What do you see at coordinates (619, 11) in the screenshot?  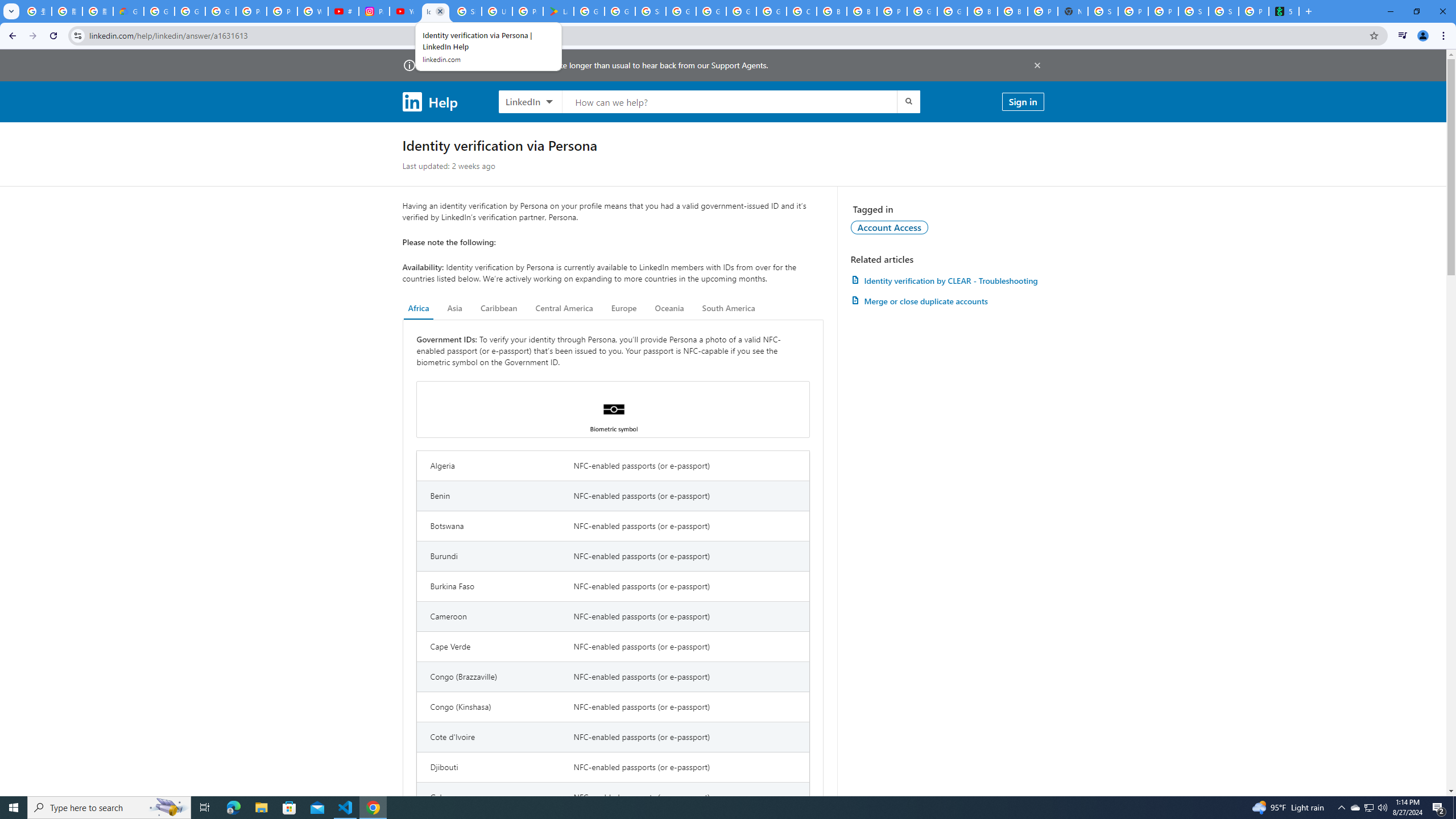 I see `'Google Workspace - Specific Terms'` at bounding box center [619, 11].